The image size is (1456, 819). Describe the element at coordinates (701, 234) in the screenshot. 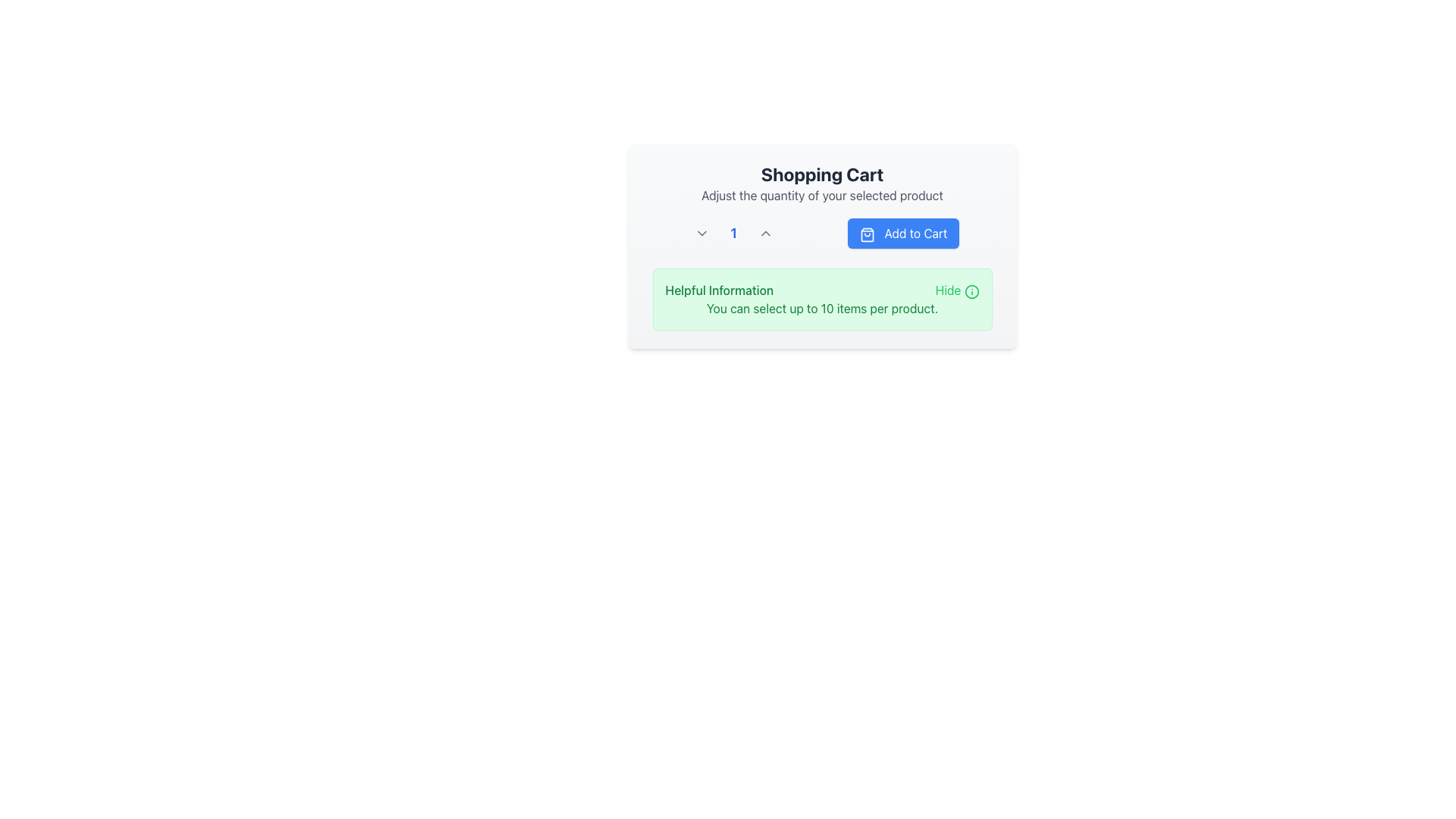

I see `the dropdown indicator icon located beneath the quantity input field, which serves as a visual indicator for the dropdown menu functionality` at that location.